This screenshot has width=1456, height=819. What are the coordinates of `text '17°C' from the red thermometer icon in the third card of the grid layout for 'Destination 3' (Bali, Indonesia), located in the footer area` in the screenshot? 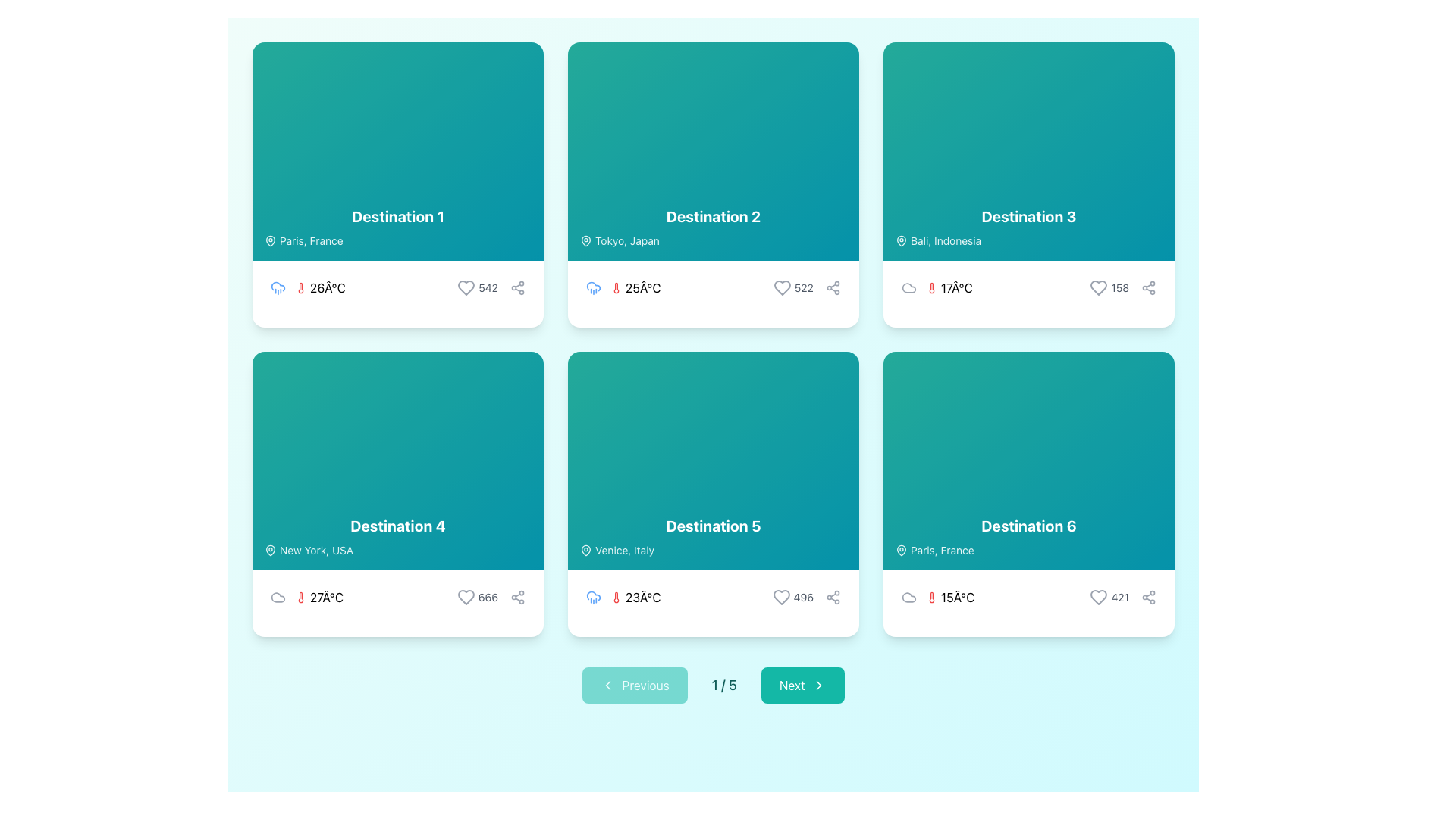 It's located at (948, 288).